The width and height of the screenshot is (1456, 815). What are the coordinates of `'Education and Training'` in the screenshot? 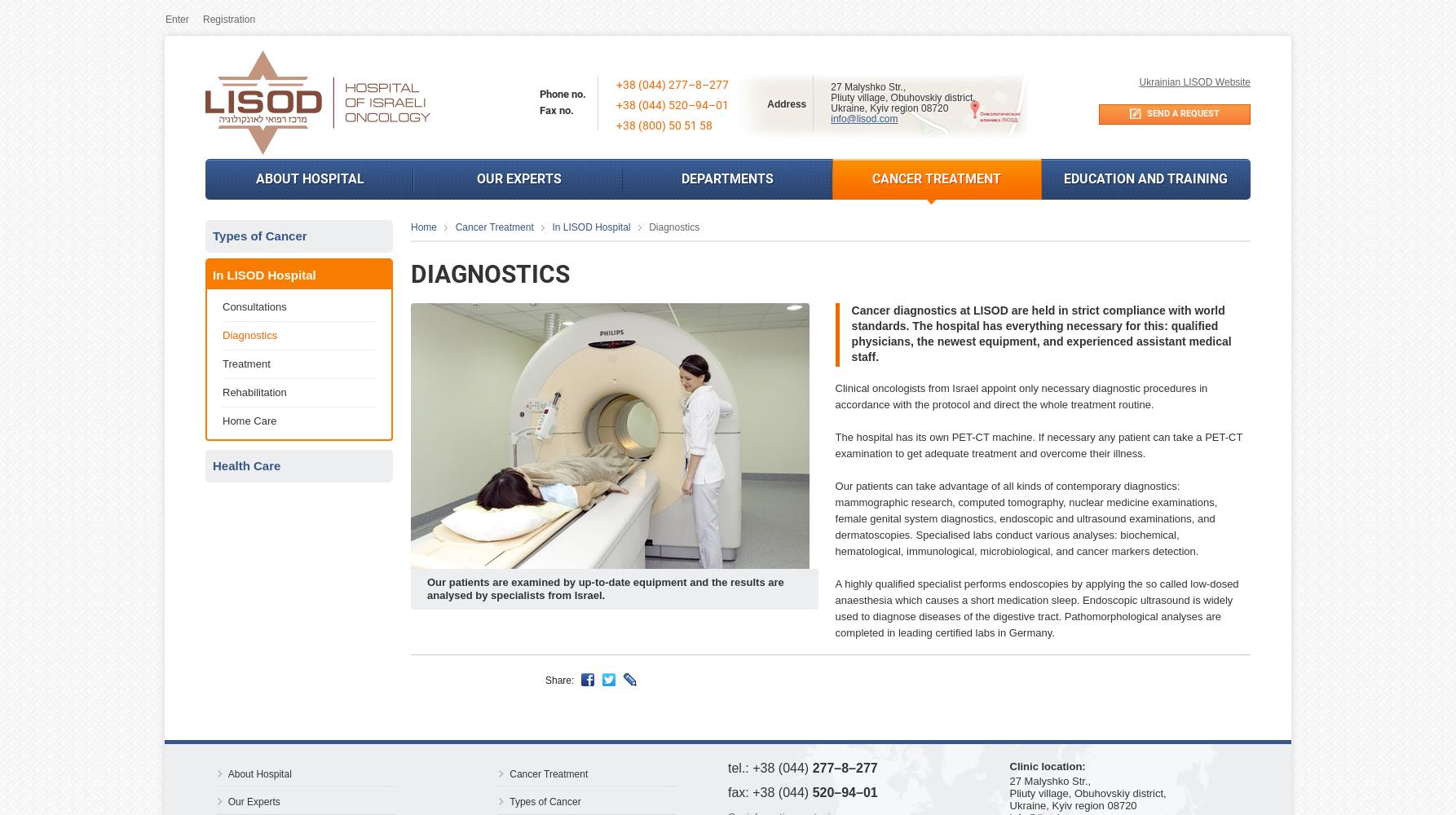 It's located at (1145, 177).